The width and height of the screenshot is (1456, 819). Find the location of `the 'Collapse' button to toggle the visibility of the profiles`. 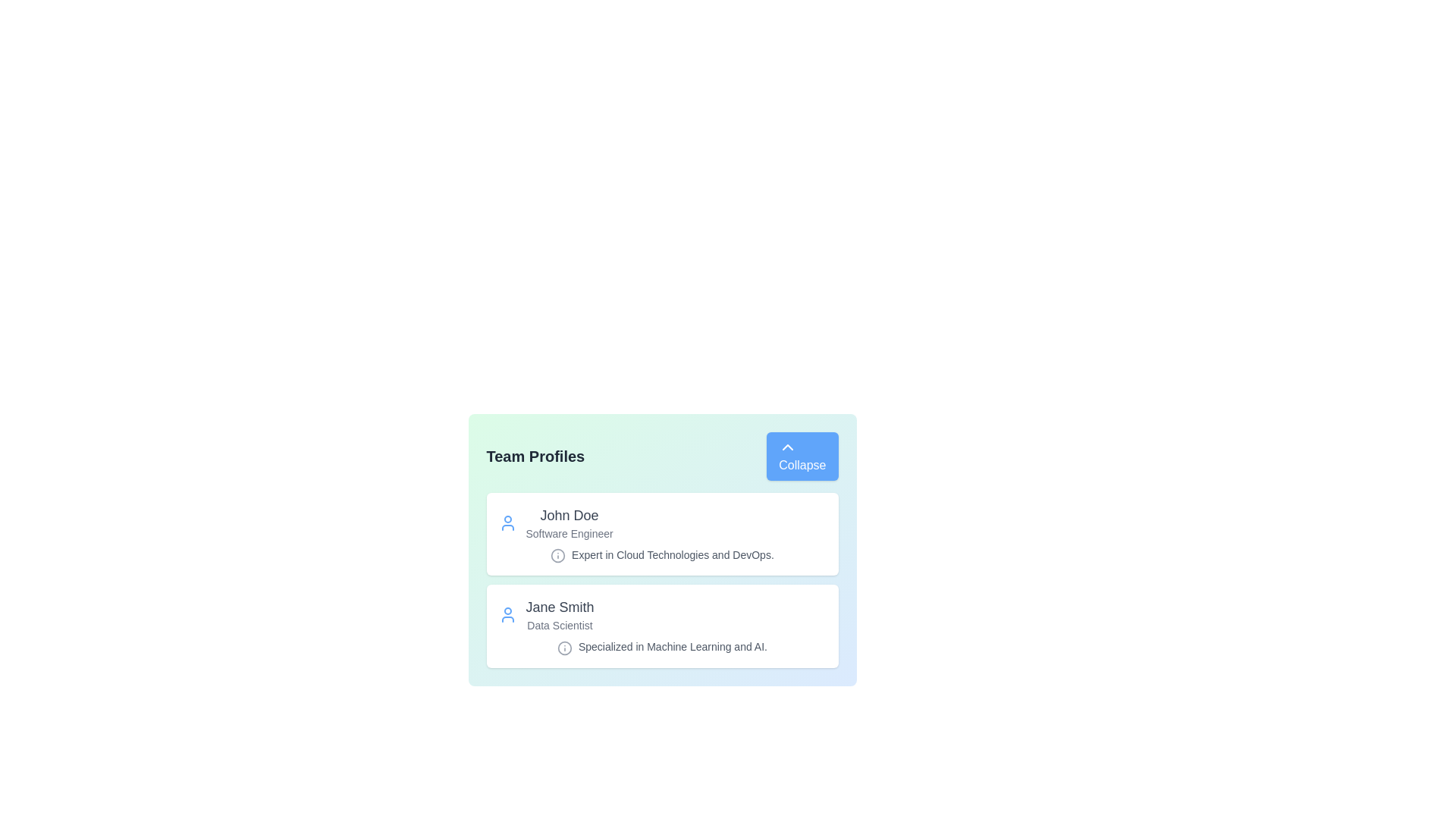

the 'Collapse' button to toggle the visibility of the profiles is located at coordinates (801, 455).